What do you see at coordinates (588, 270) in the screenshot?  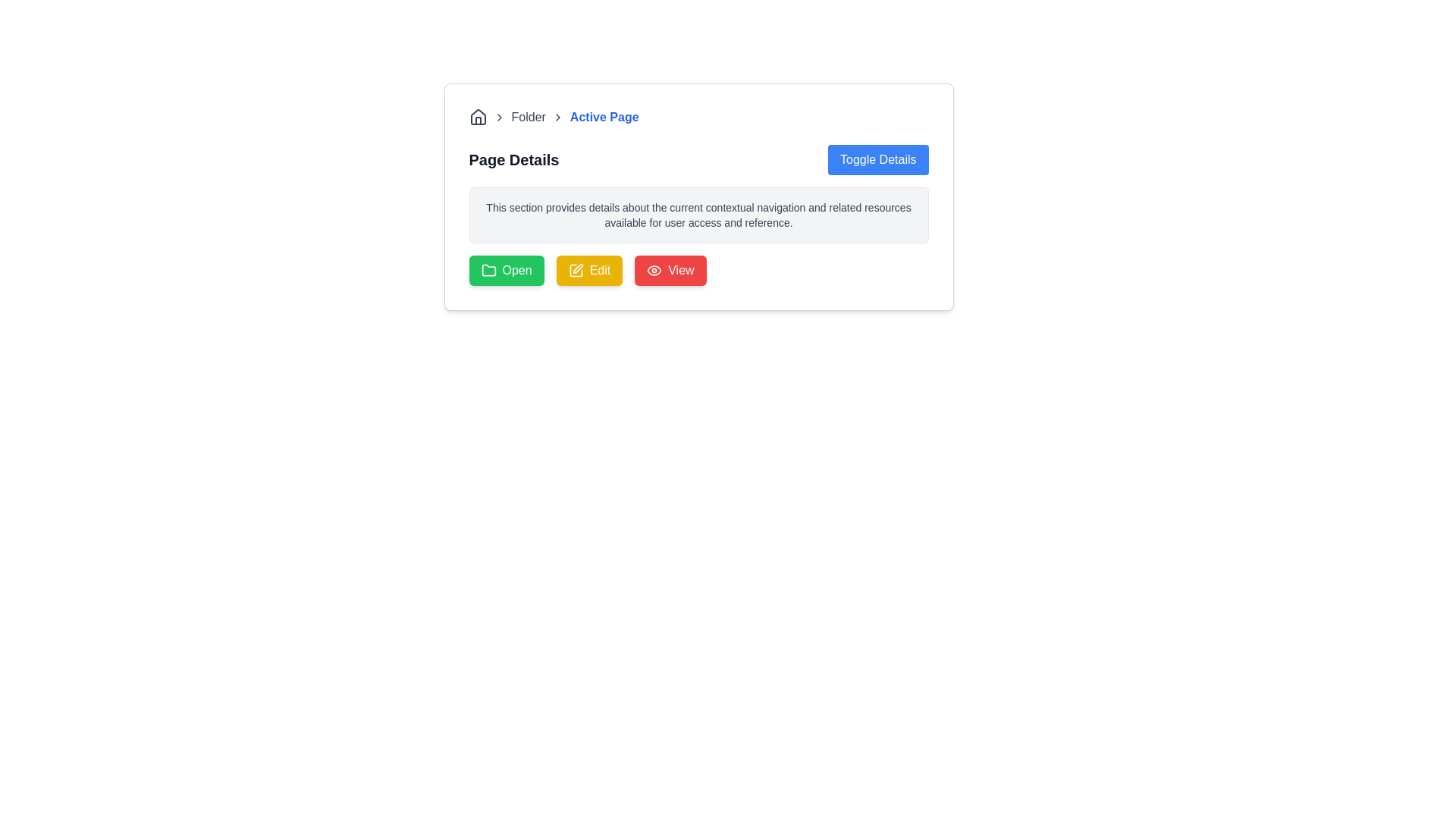 I see `the yellow 'Edit' button with rounded corners and a pencil icon to initiate the edit action` at bounding box center [588, 270].